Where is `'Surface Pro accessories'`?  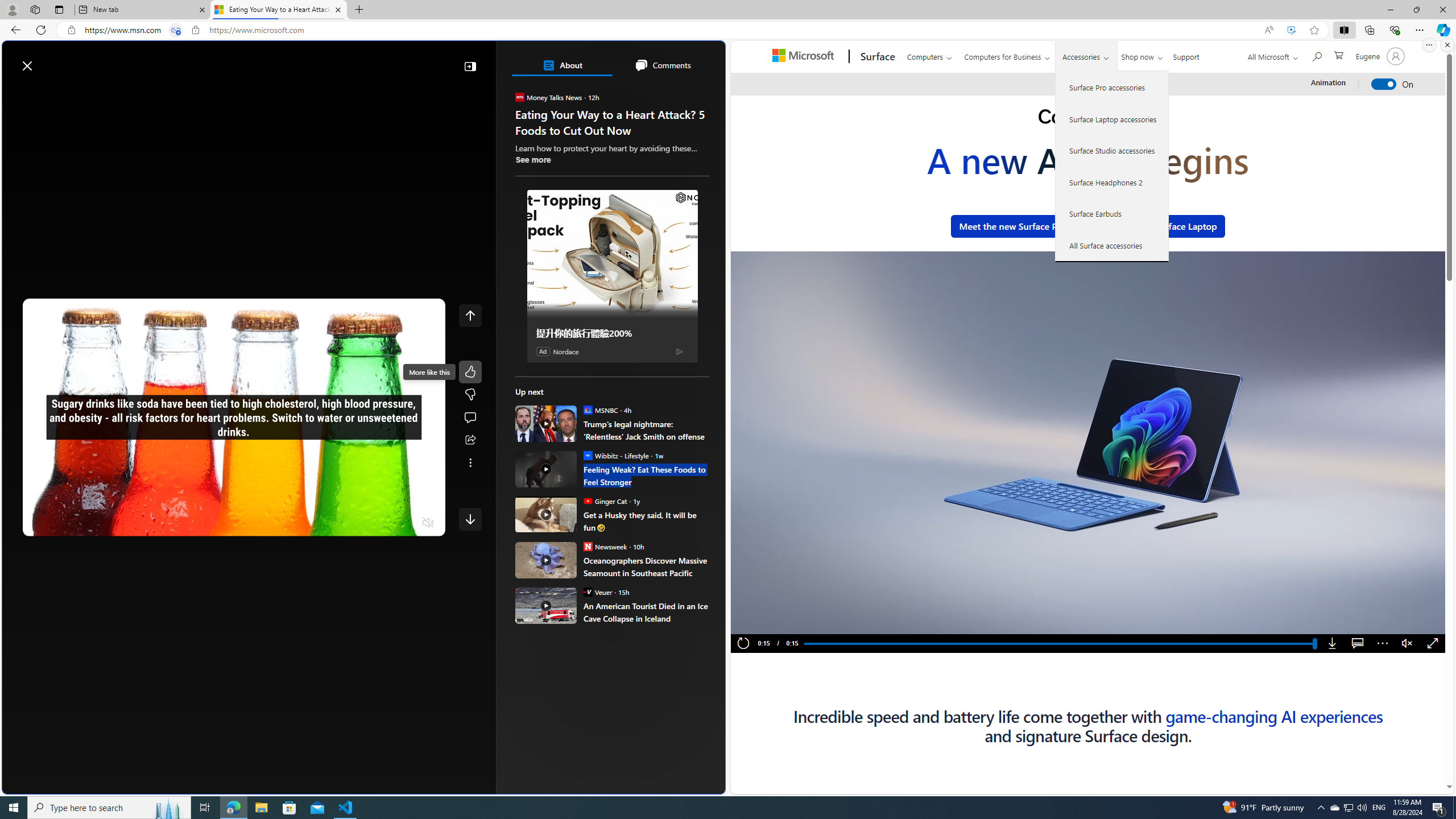
'Surface Pro accessories' is located at coordinates (1111, 87).